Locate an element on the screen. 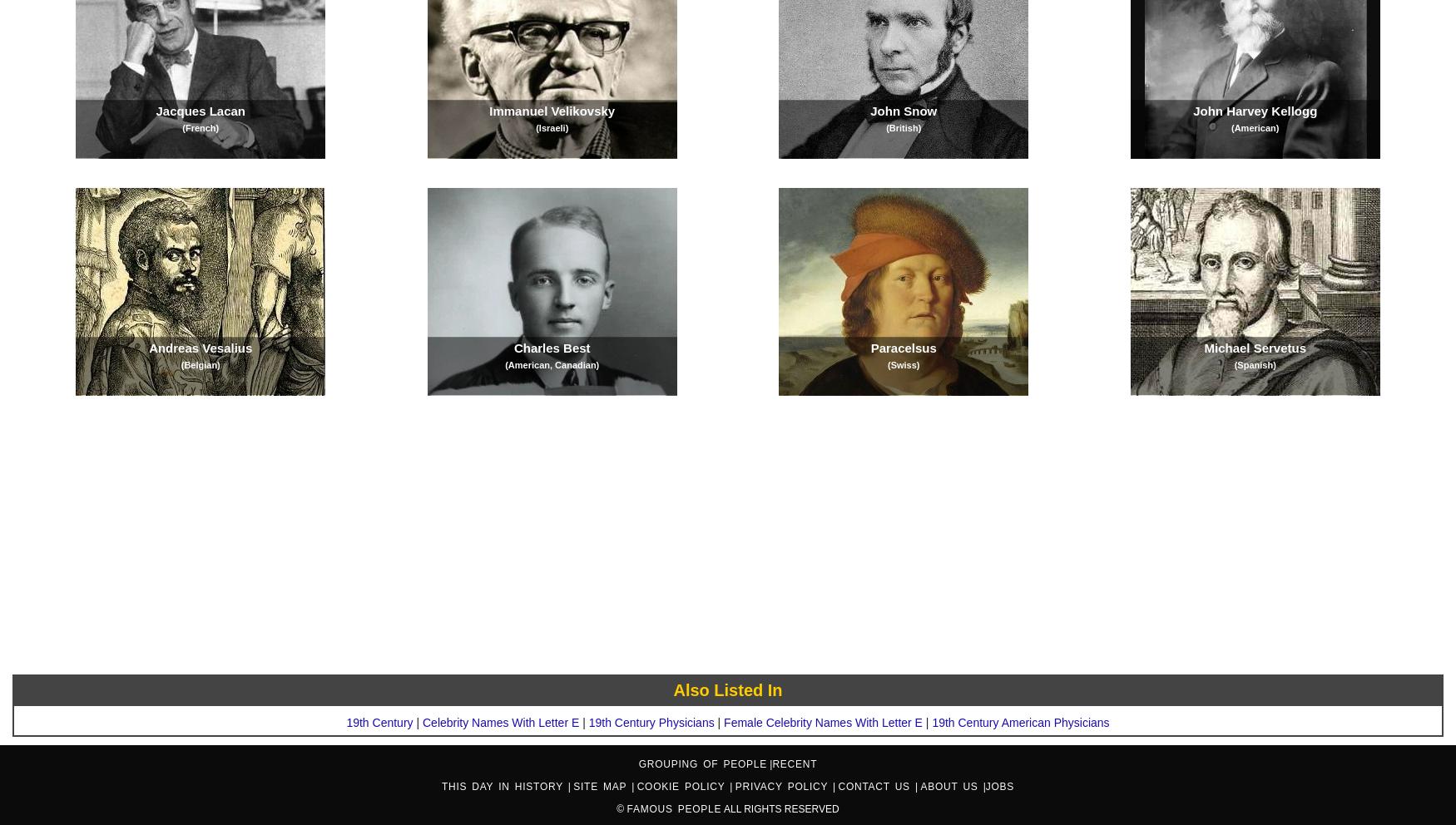  'ABOUT US' is located at coordinates (950, 785).